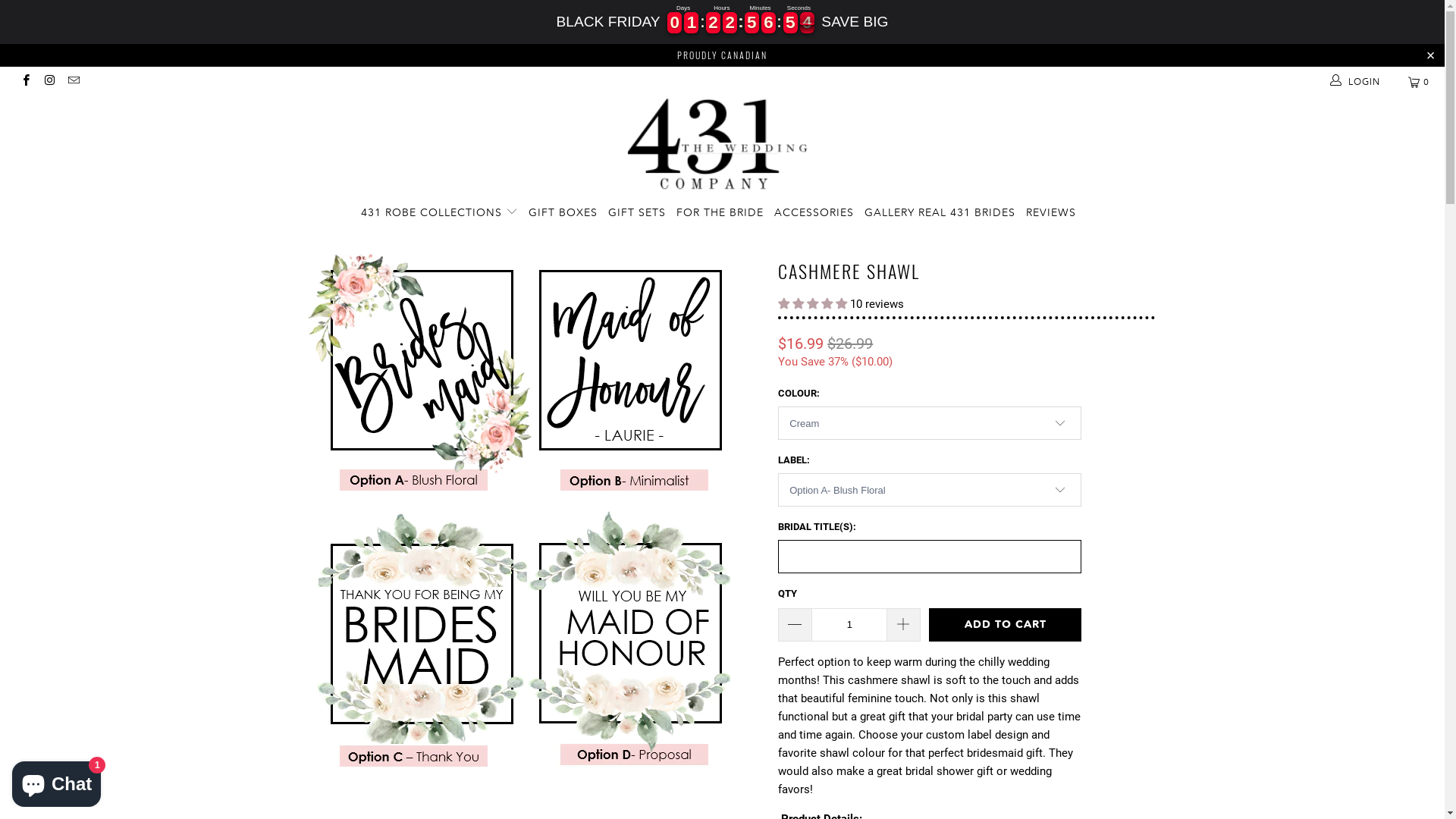 This screenshot has width=1456, height=819. Describe the element at coordinates (25, 82) in the screenshot. I see `'431 The Wedding Company on Facebook'` at that location.